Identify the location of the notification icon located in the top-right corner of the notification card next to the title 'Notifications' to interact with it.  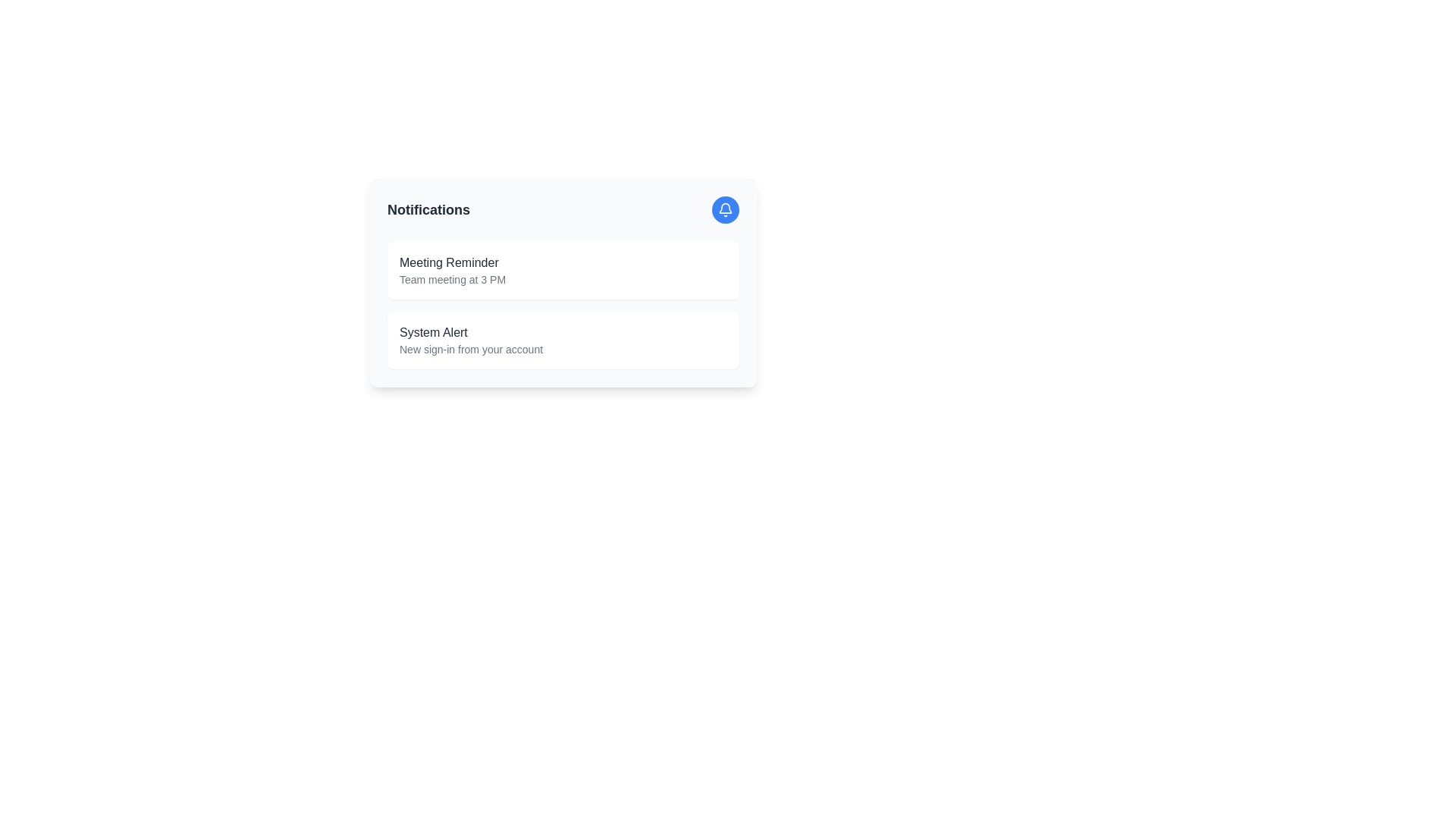
(724, 208).